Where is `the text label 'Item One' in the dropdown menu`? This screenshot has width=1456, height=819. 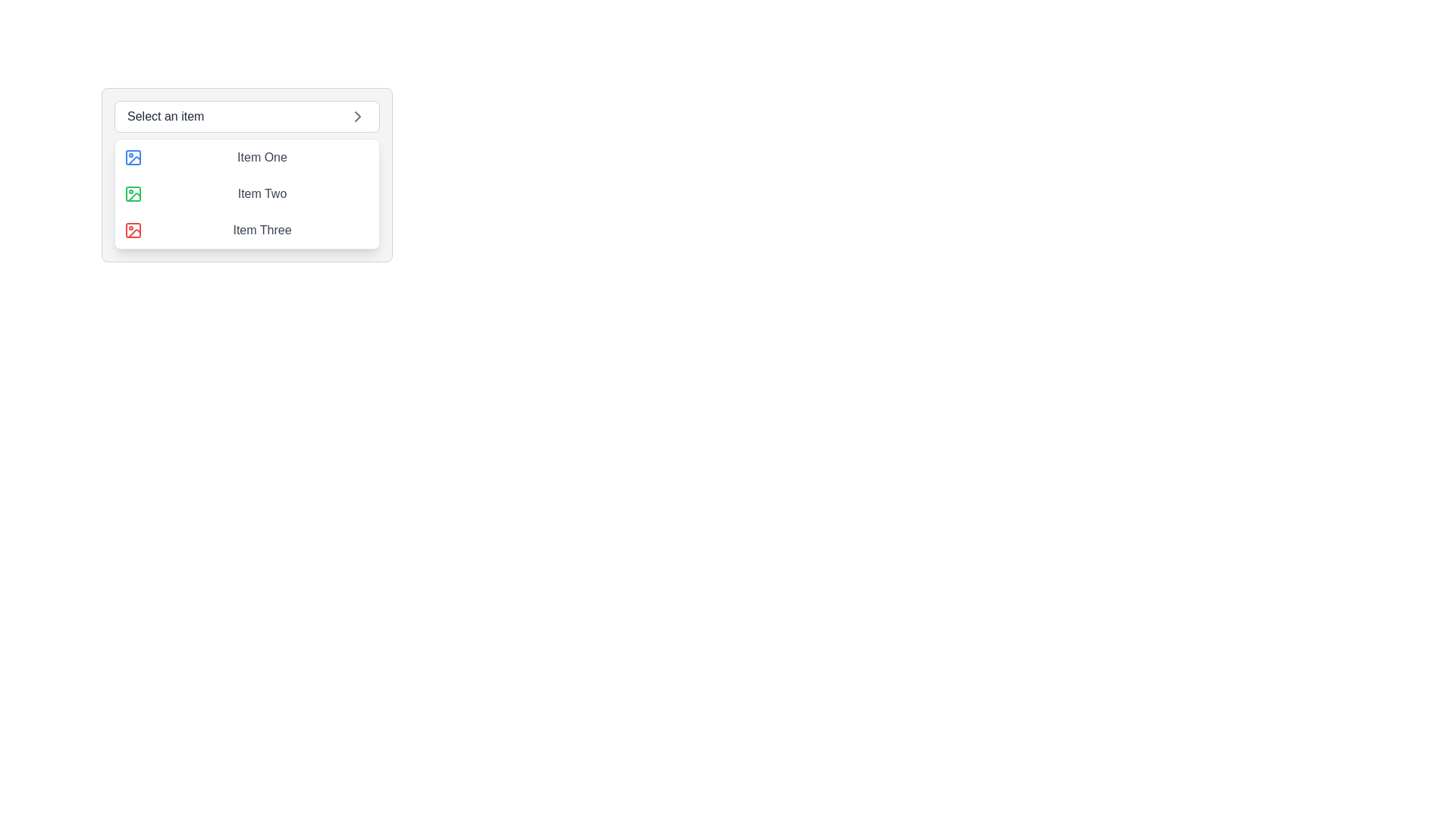
the text label 'Item One' in the dropdown menu is located at coordinates (262, 158).